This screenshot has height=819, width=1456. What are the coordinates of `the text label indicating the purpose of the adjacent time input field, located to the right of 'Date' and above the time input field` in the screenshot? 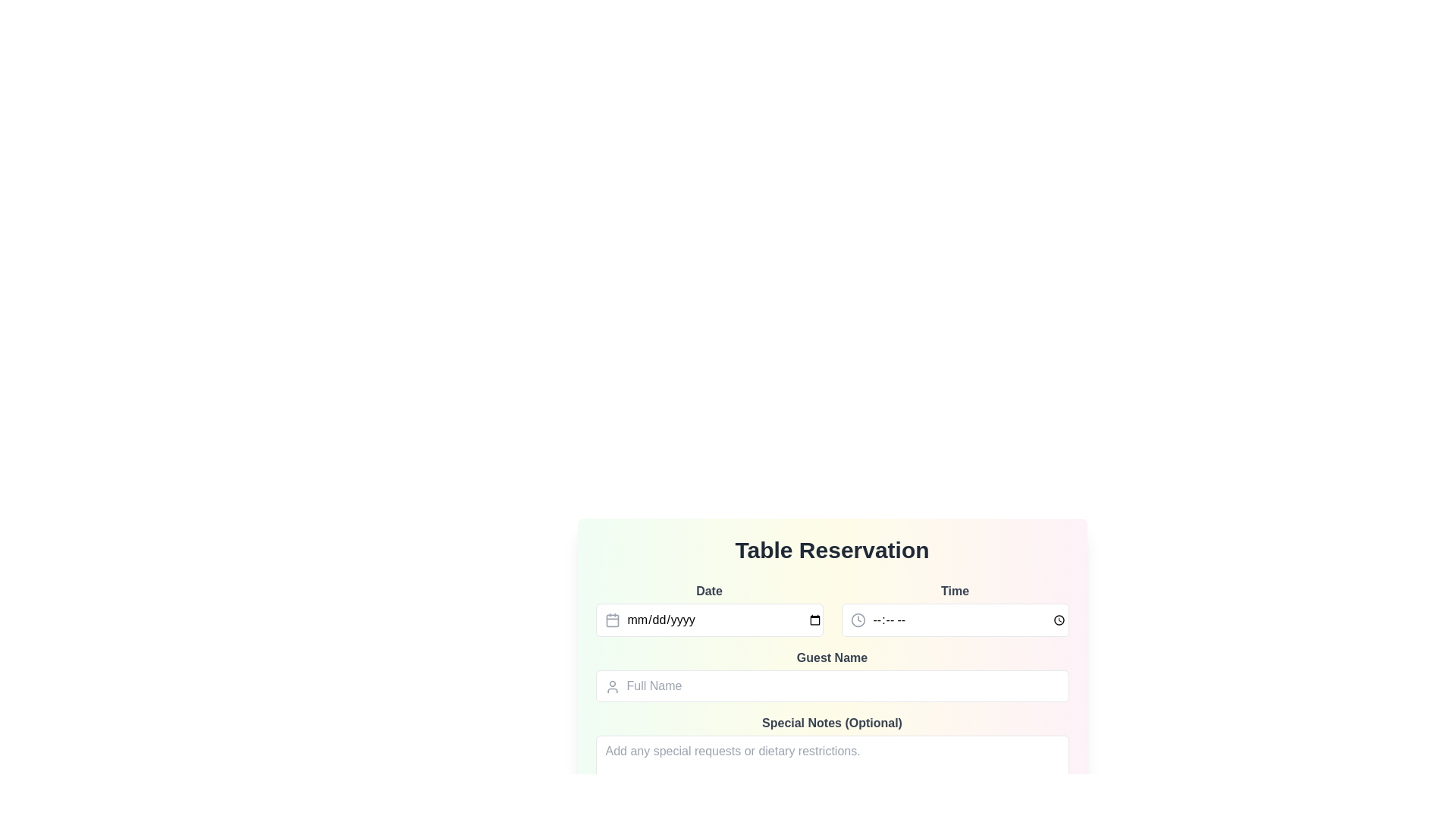 It's located at (954, 590).